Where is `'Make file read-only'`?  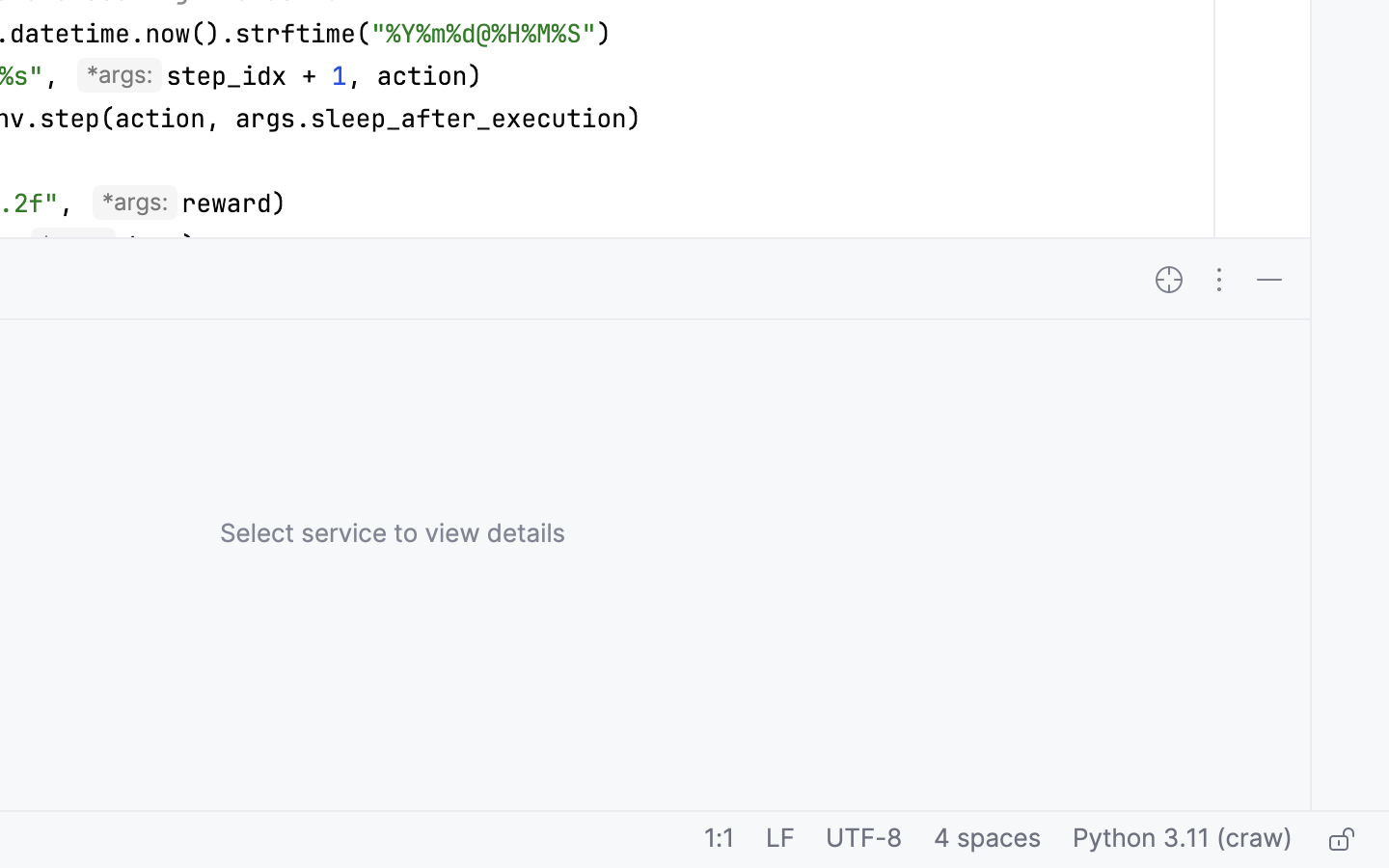 'Make file read-only' is located at coordinates (1339, 840).